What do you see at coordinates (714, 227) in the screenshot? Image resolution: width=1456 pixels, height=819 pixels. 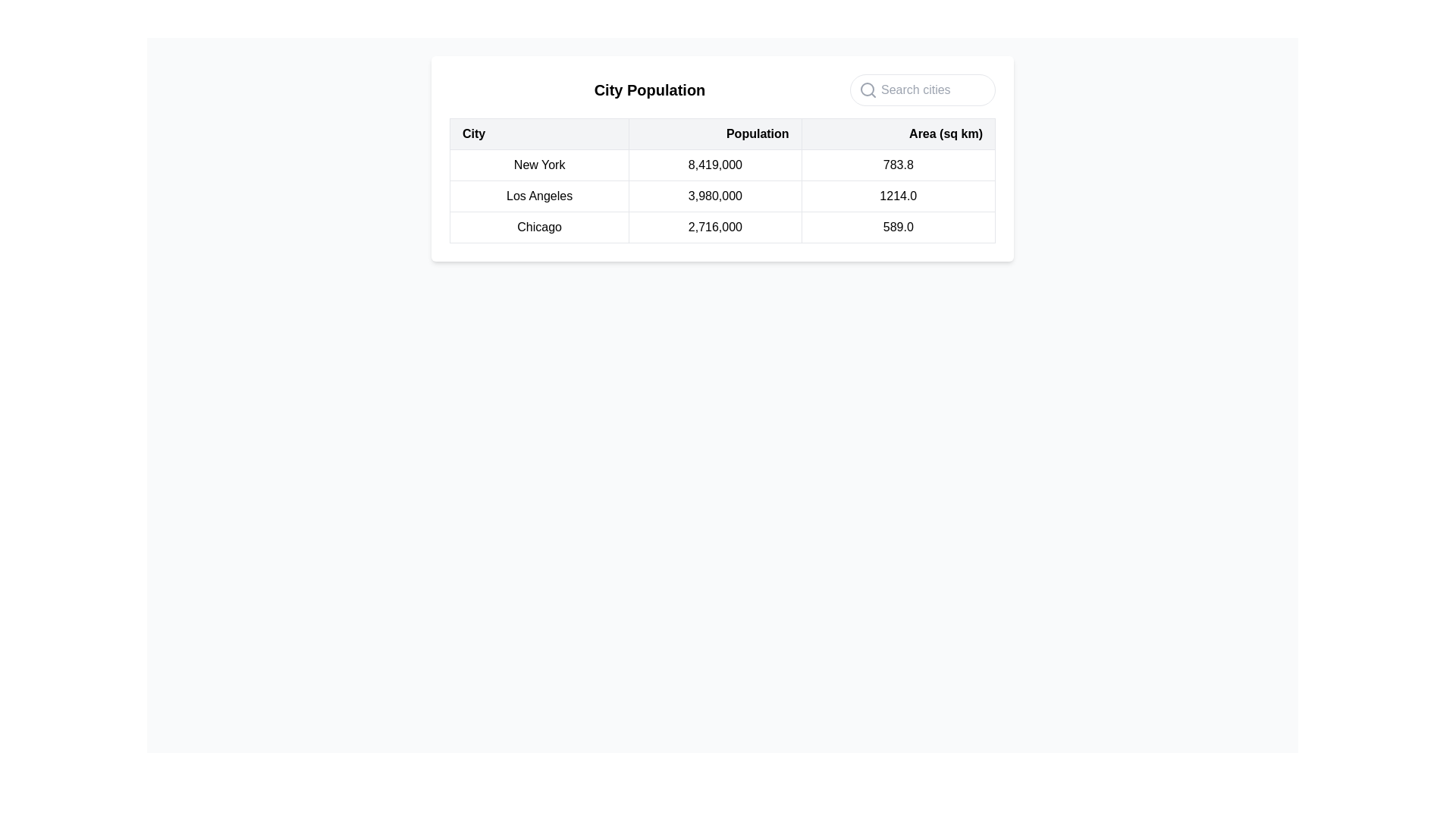 I see `the text field displaying '2,716,000' in the Population column for Chicago` at bounding box center [714, 227].